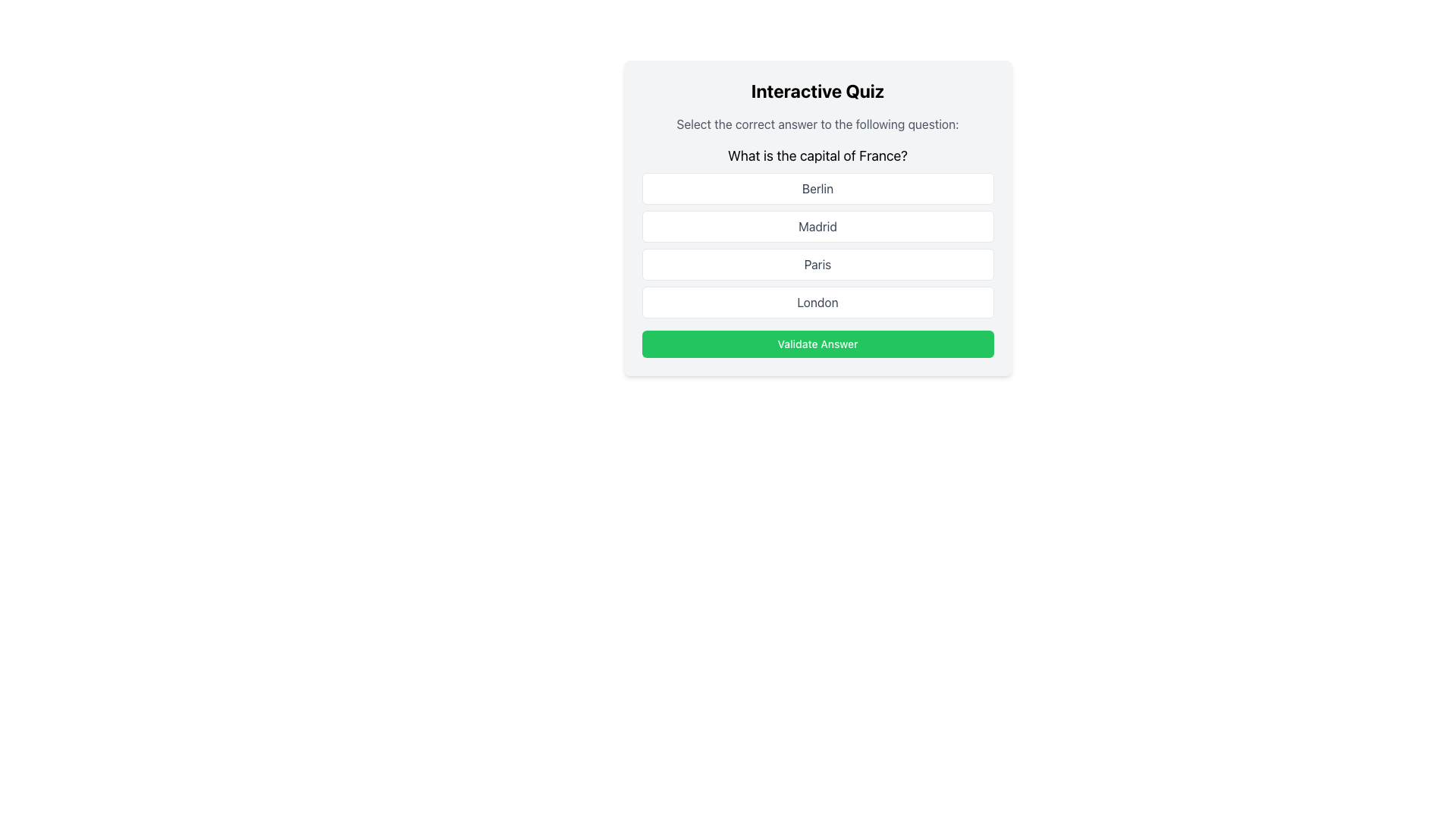  What do you see at coordinates (817, 344) in the screenshot?
I see `the green button labeled 'Validate Answer' located at the bottom of the interactive quiz section` at bounding box center [817, 344].